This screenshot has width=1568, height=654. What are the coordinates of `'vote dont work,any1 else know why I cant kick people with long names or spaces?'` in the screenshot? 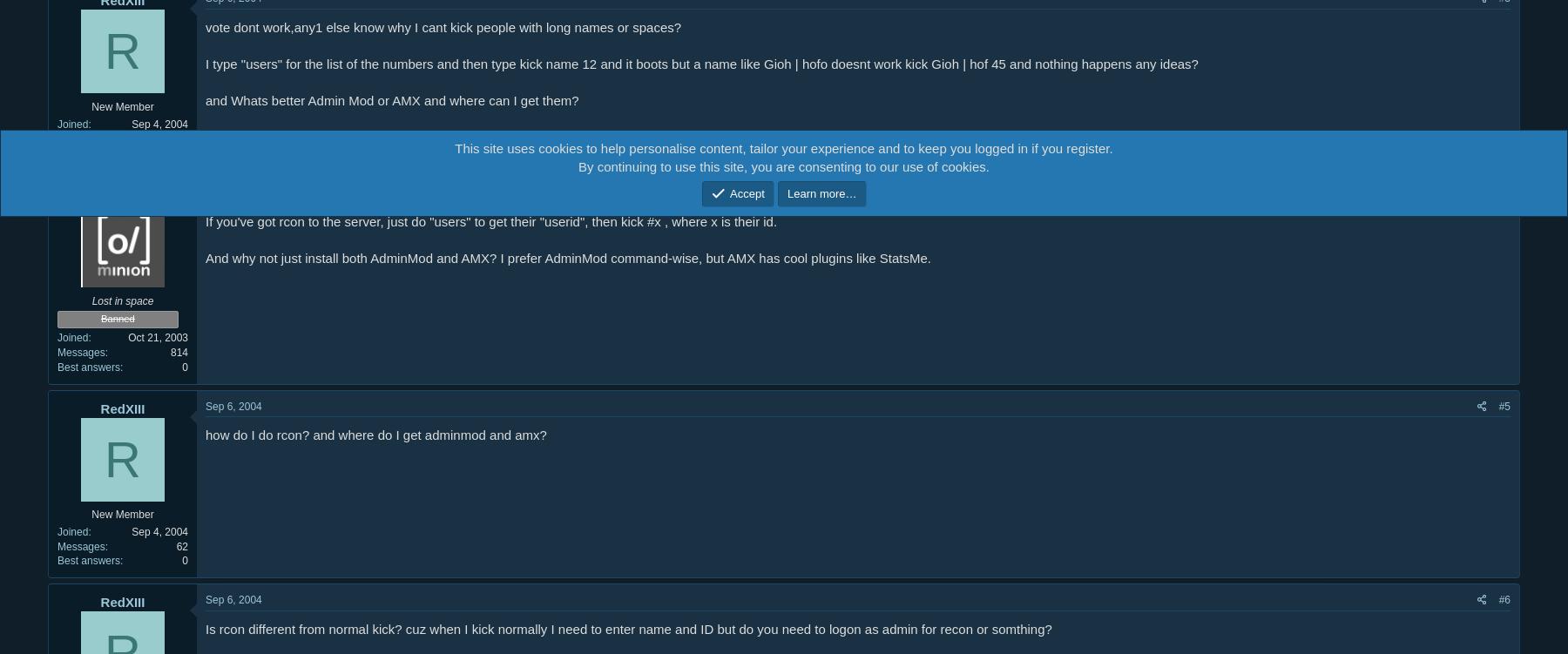 It's located at (443, 27).